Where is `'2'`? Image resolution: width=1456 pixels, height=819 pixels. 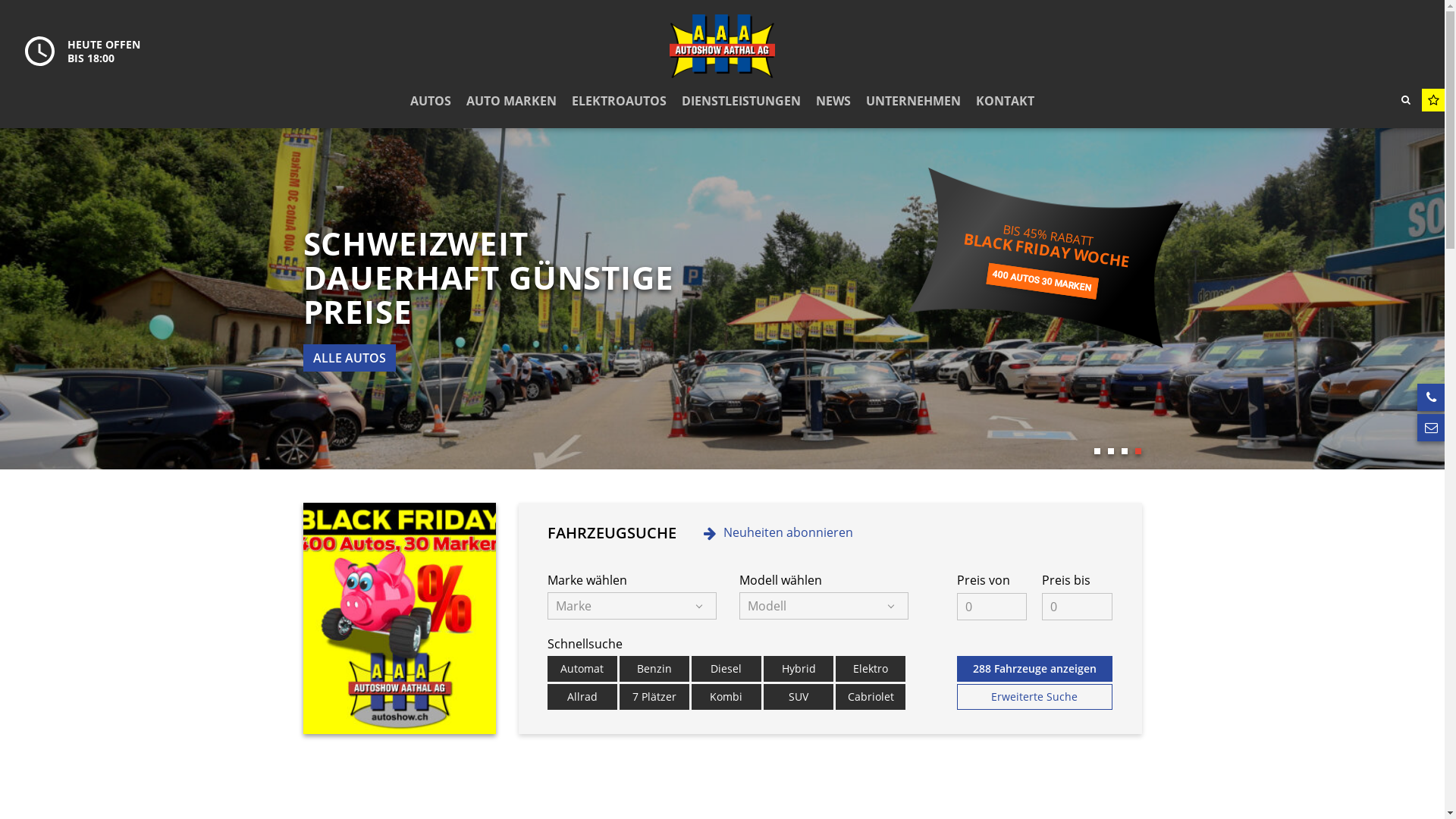 '2' is located at coordinates (1110, 450).